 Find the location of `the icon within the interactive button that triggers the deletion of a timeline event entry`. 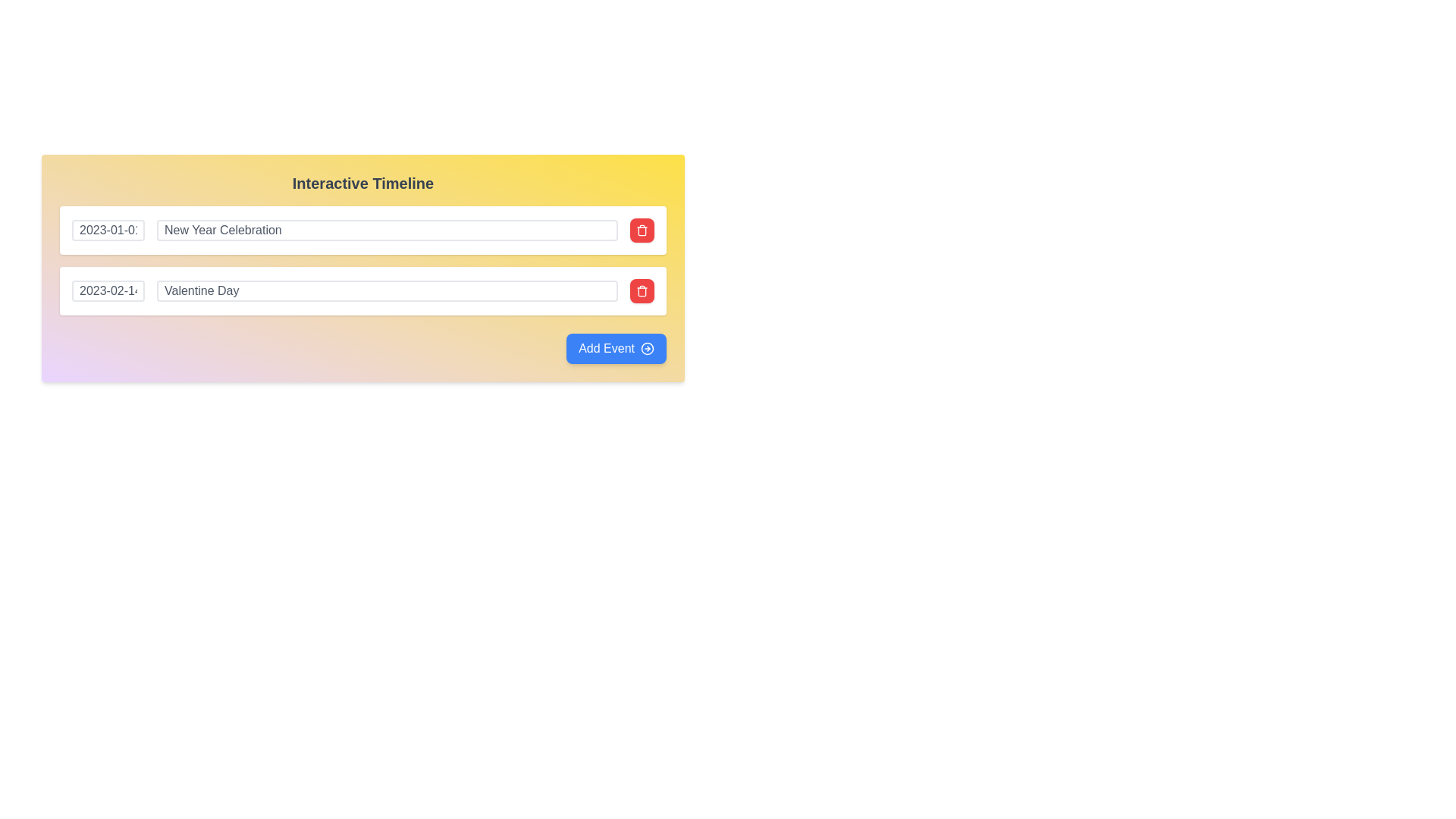

the icon within the interactive button that triggers the deletion of a timeline event entry is located at coordinates (642, 231).